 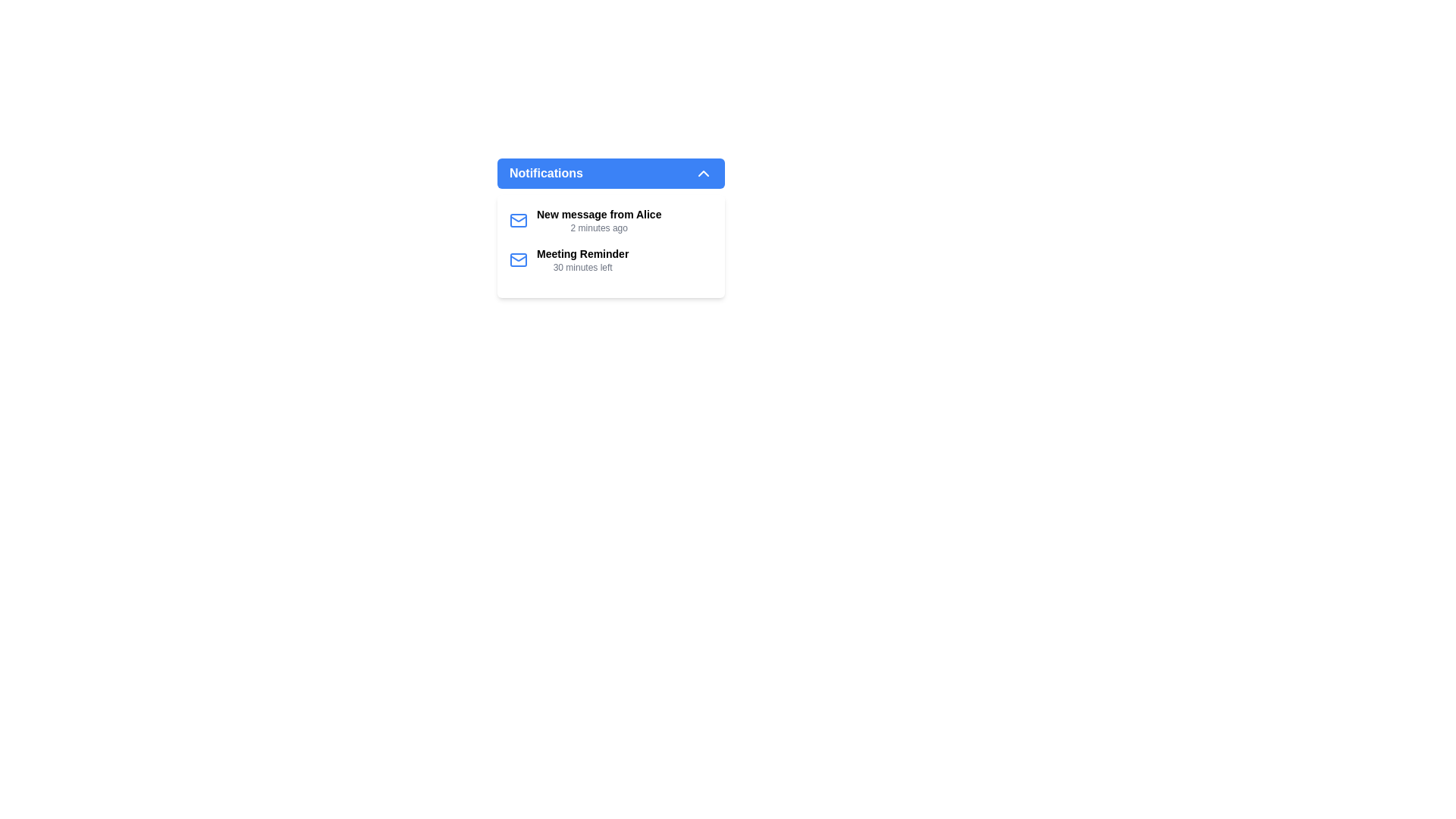 I want to click on the 'Meeting Reminder' text label located in the second notification entry under the 'Notifications' panel to access related elements, so click(x=582, y=253).